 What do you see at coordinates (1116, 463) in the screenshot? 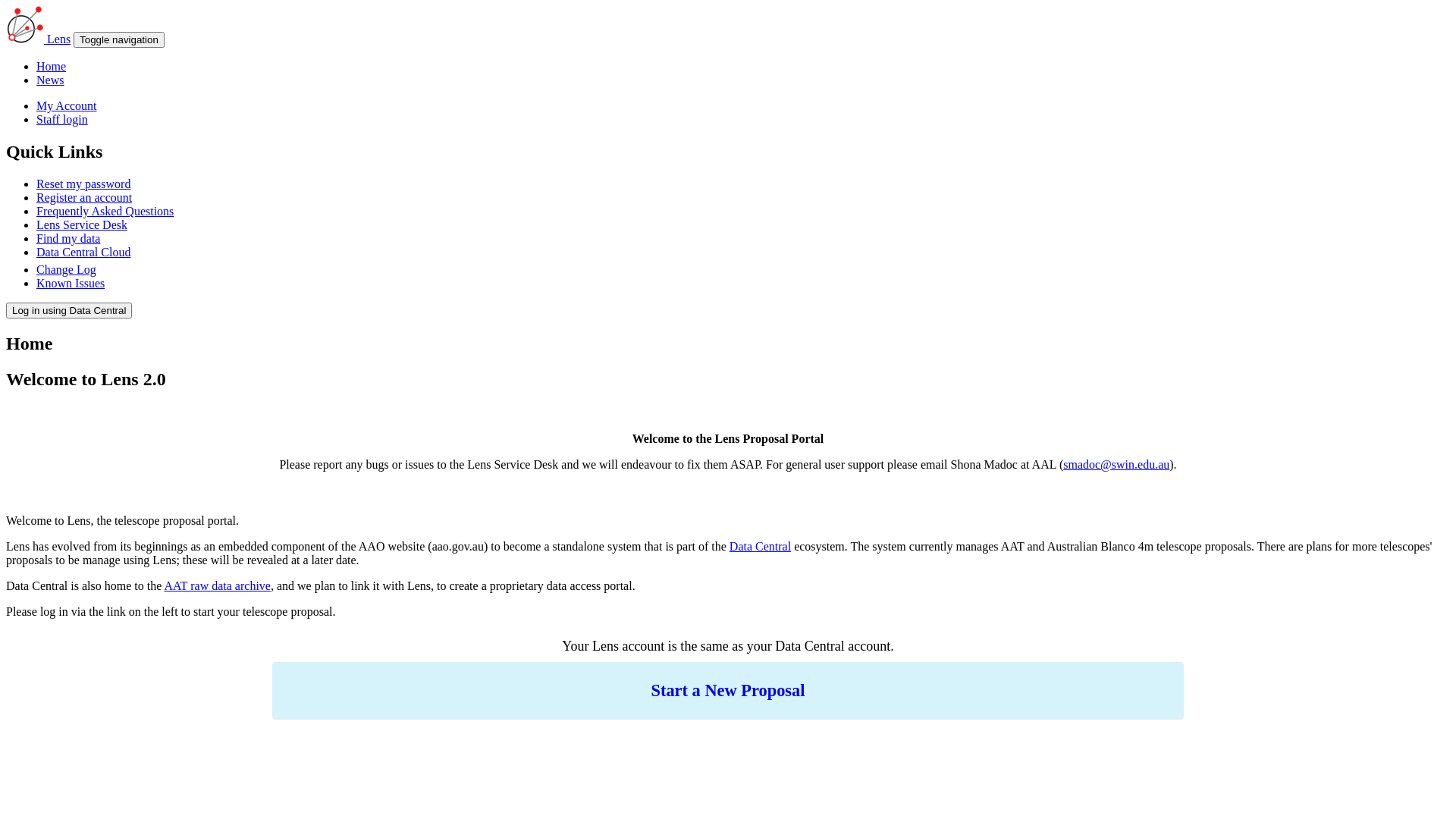
I see `'smadoc@swin.edu.au'` at bounding box center [1116, 463].